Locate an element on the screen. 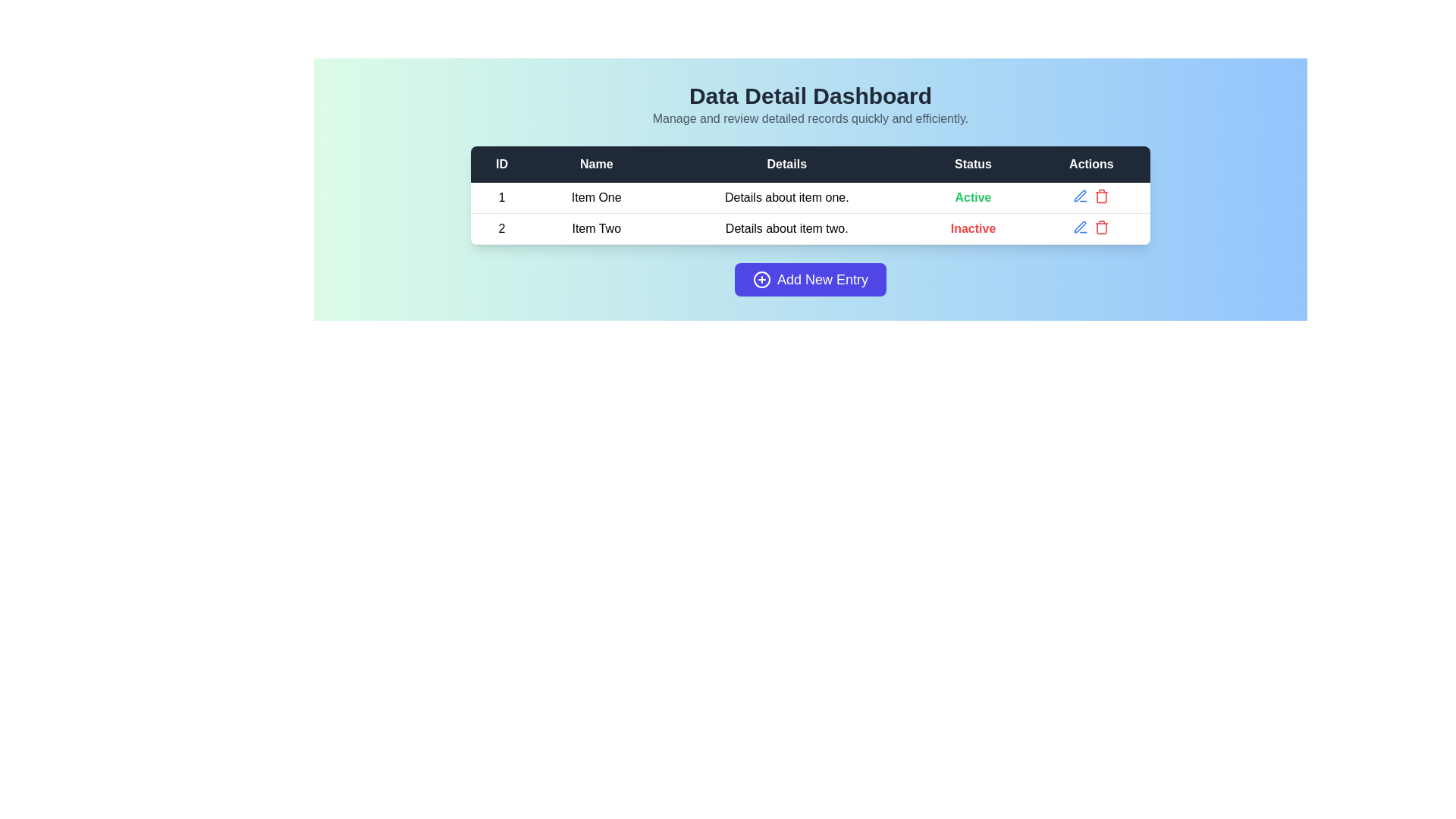 This screenshot has width=1456, height=819. the edit icon button, represented by a stylized pen drawing, located in the second row of the Actions column corresponding to 'Item Two' is located at coordinates (1080, 227).